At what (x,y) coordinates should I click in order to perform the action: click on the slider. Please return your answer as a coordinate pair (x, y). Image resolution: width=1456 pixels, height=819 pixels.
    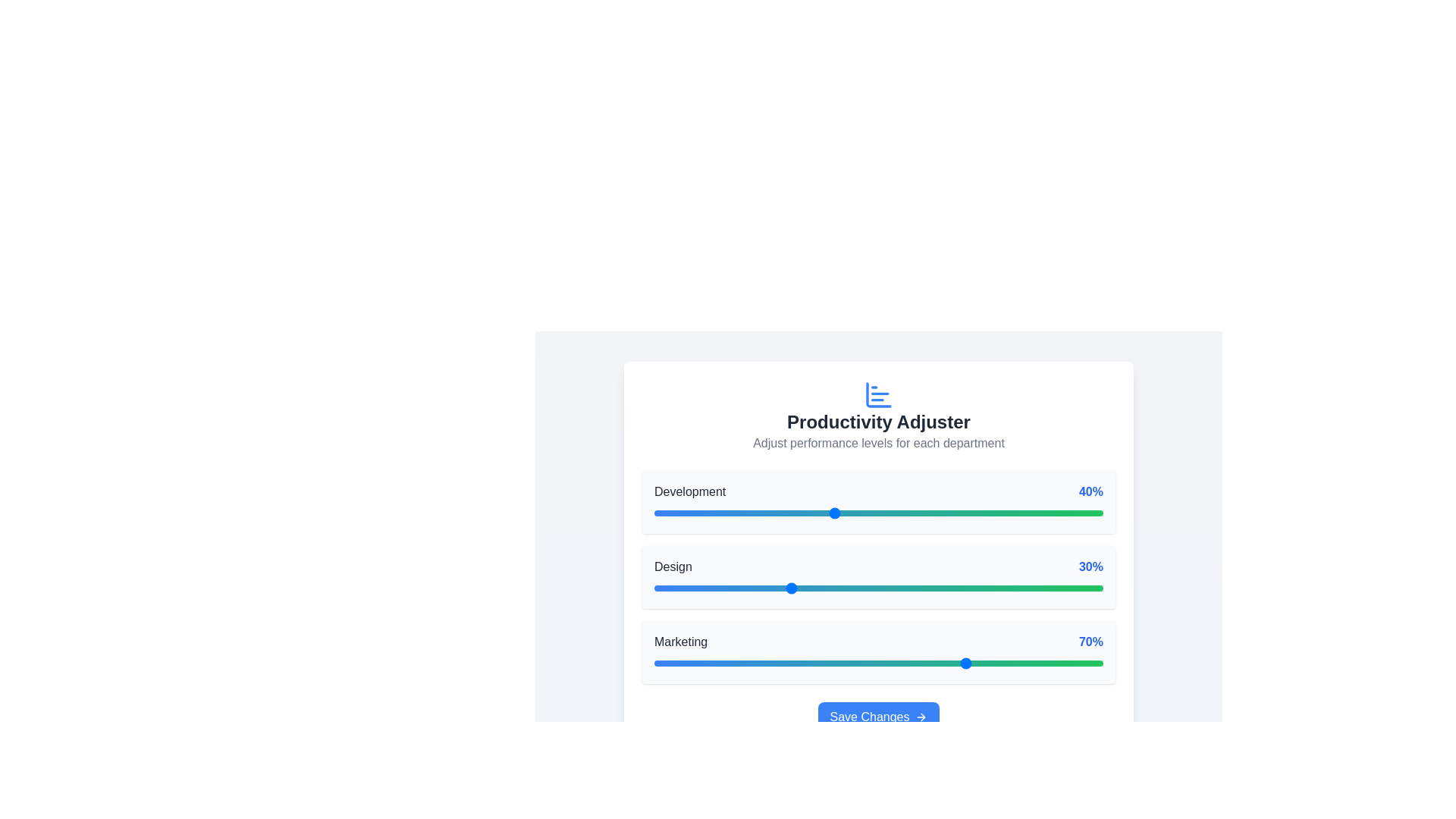
    Looking at the image, I should click on (1031, 587).